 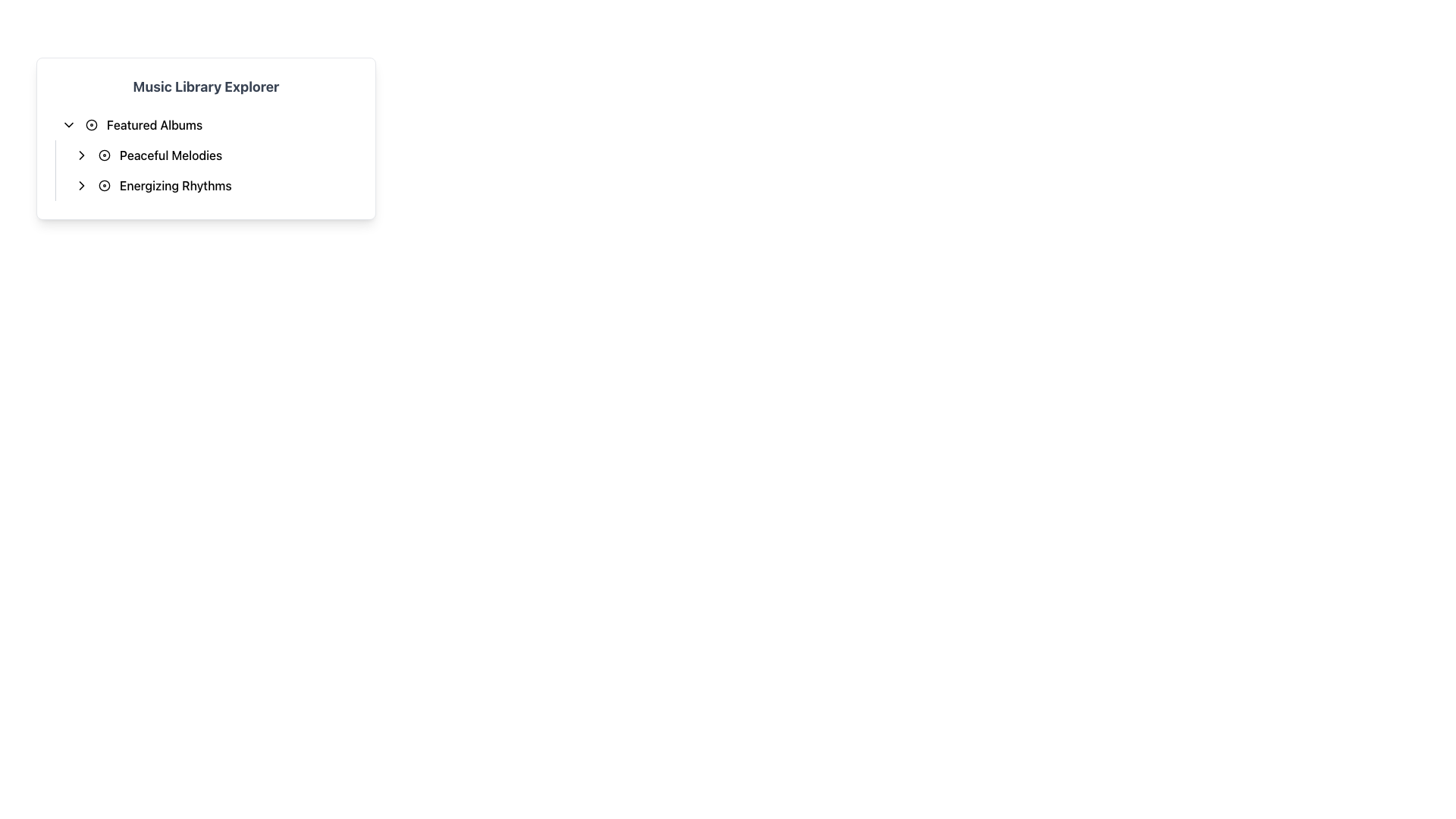 I want to click on the leftmost button with a rightward-facing chevron icon in the 'Energizing Rhythms' group, so click(x=81, y=185).